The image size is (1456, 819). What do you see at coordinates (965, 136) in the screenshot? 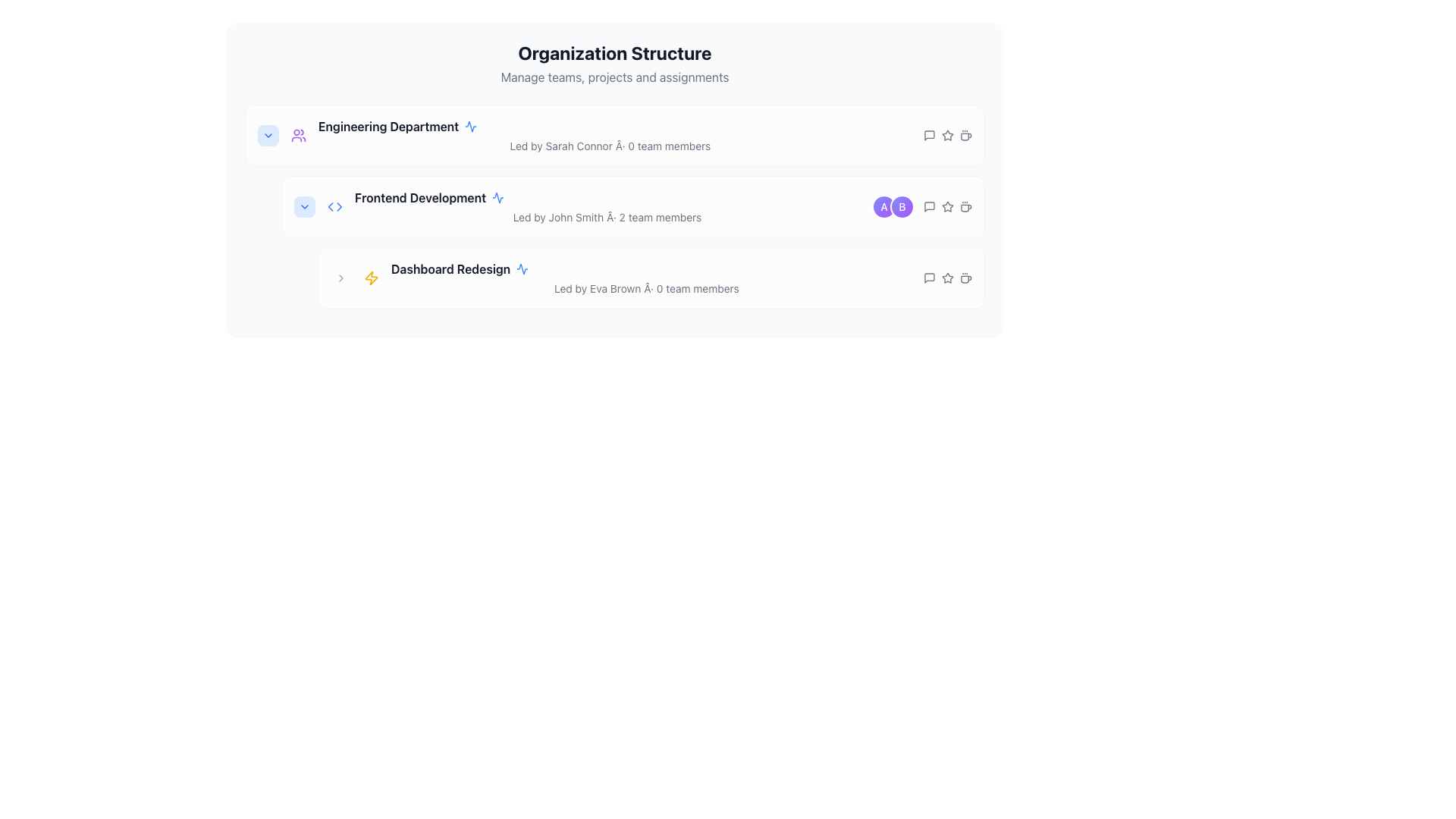
I see `the SVG graphic icon of a steaming coffee cup located on the upper right side of the list item titled 'Engineering Department'. It is the third icon in the sequence of interactive icons associated with this list item` at bounding box center [965, 136].